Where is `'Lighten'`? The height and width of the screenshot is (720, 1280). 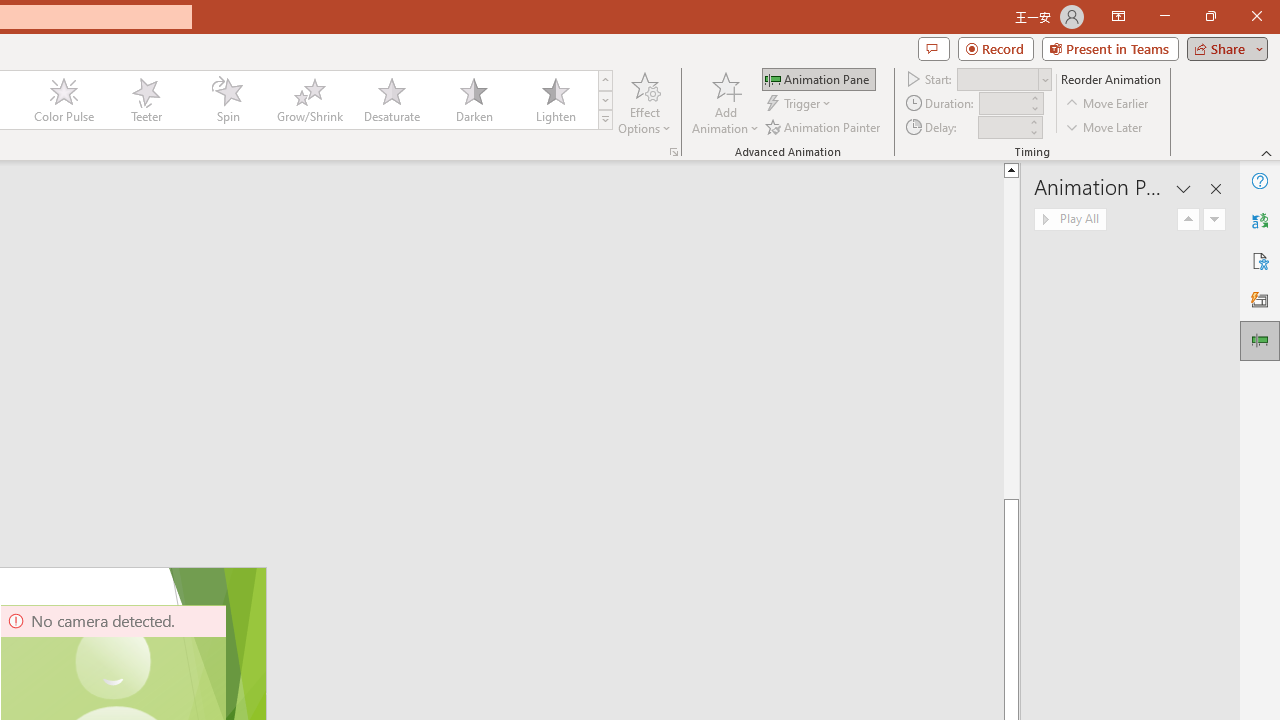 'Lighten' is located at coordinates (555, 100).